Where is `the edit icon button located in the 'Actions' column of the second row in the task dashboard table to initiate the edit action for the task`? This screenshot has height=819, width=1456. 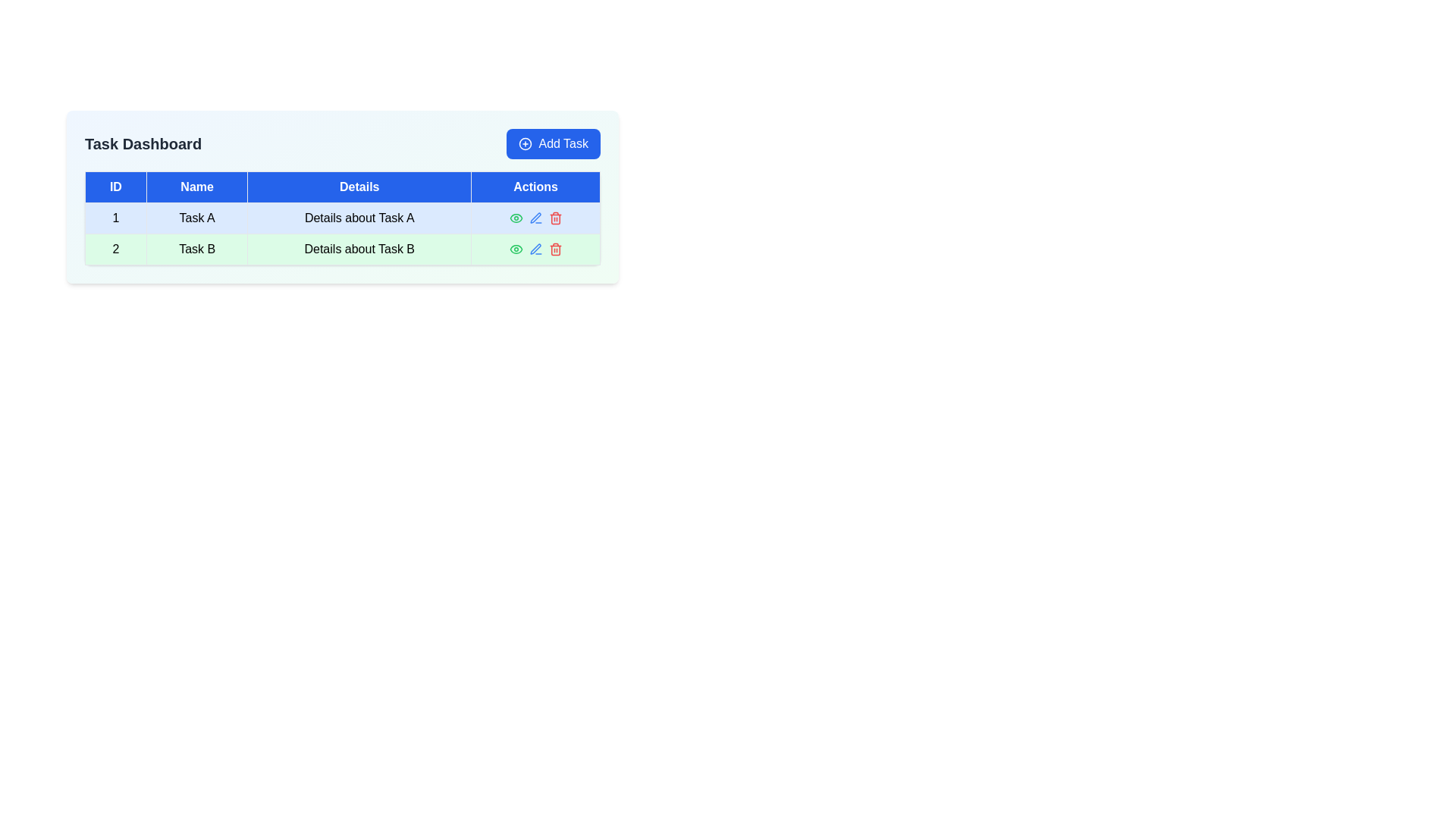
the edit icon button located in the 'Actions' column of the second row in the task dashboard table to initiate the edit action for the task is located at coordinates (535, 248).